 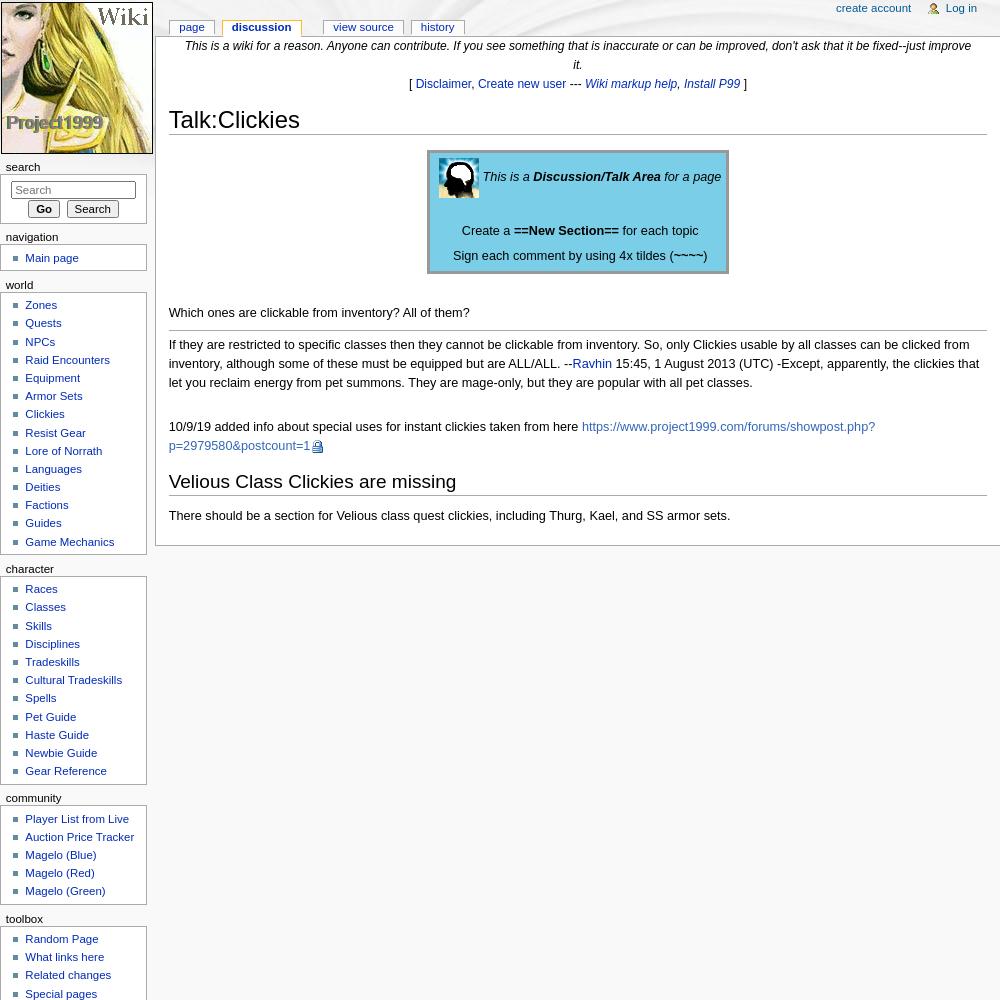 What do you see at coordinates (67, 974) in the screenshot?
I see `'Related changes'` at bounding box center [67, 974].